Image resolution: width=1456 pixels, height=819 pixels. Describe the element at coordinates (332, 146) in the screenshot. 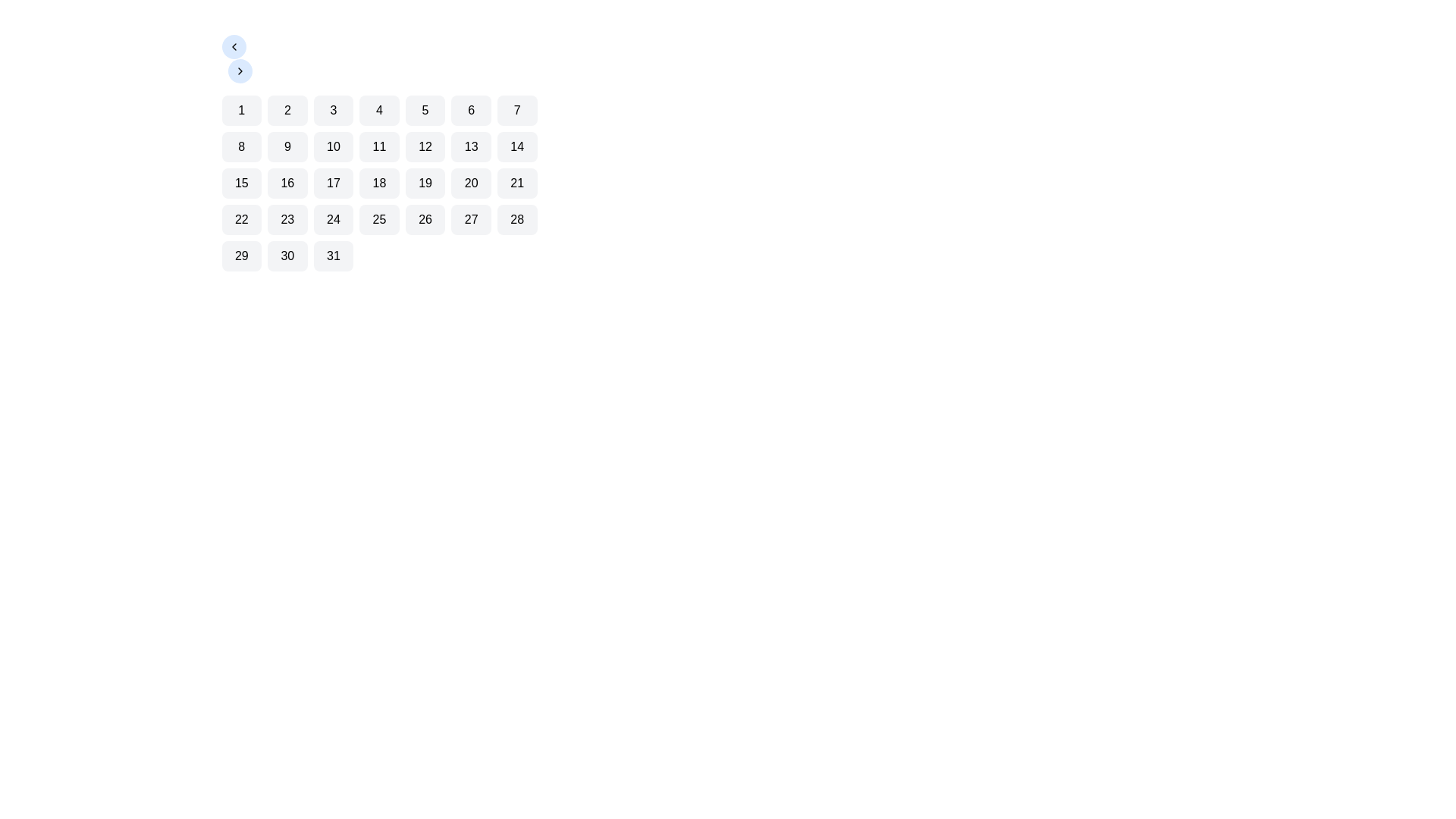

I see `the selectable box in the second row and third column of the grid` at that location.